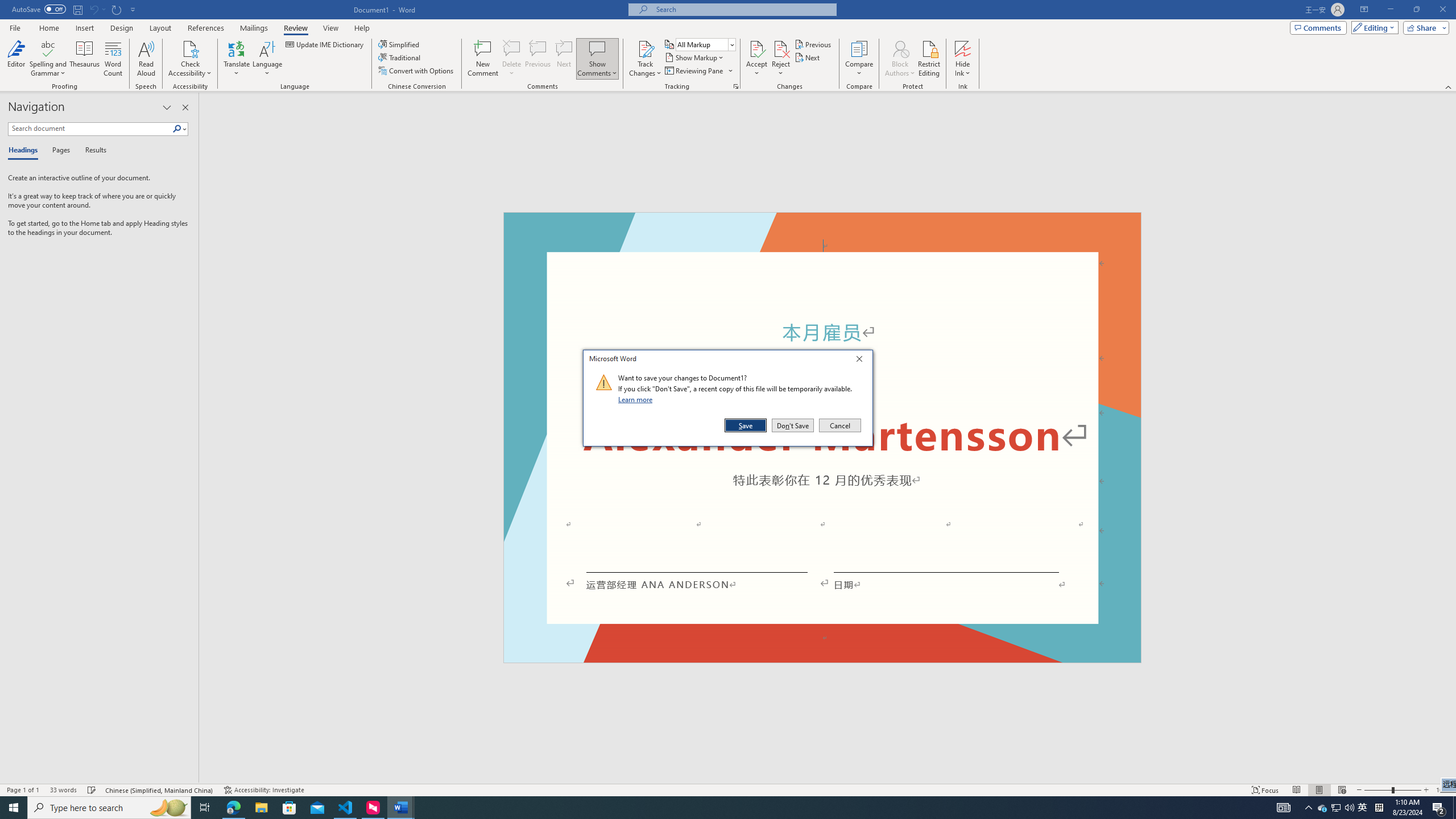 The image size is (1456, 819). Describe the element at coordinates (237, 59) in the screenshot. I see `'Translate'` at that location.